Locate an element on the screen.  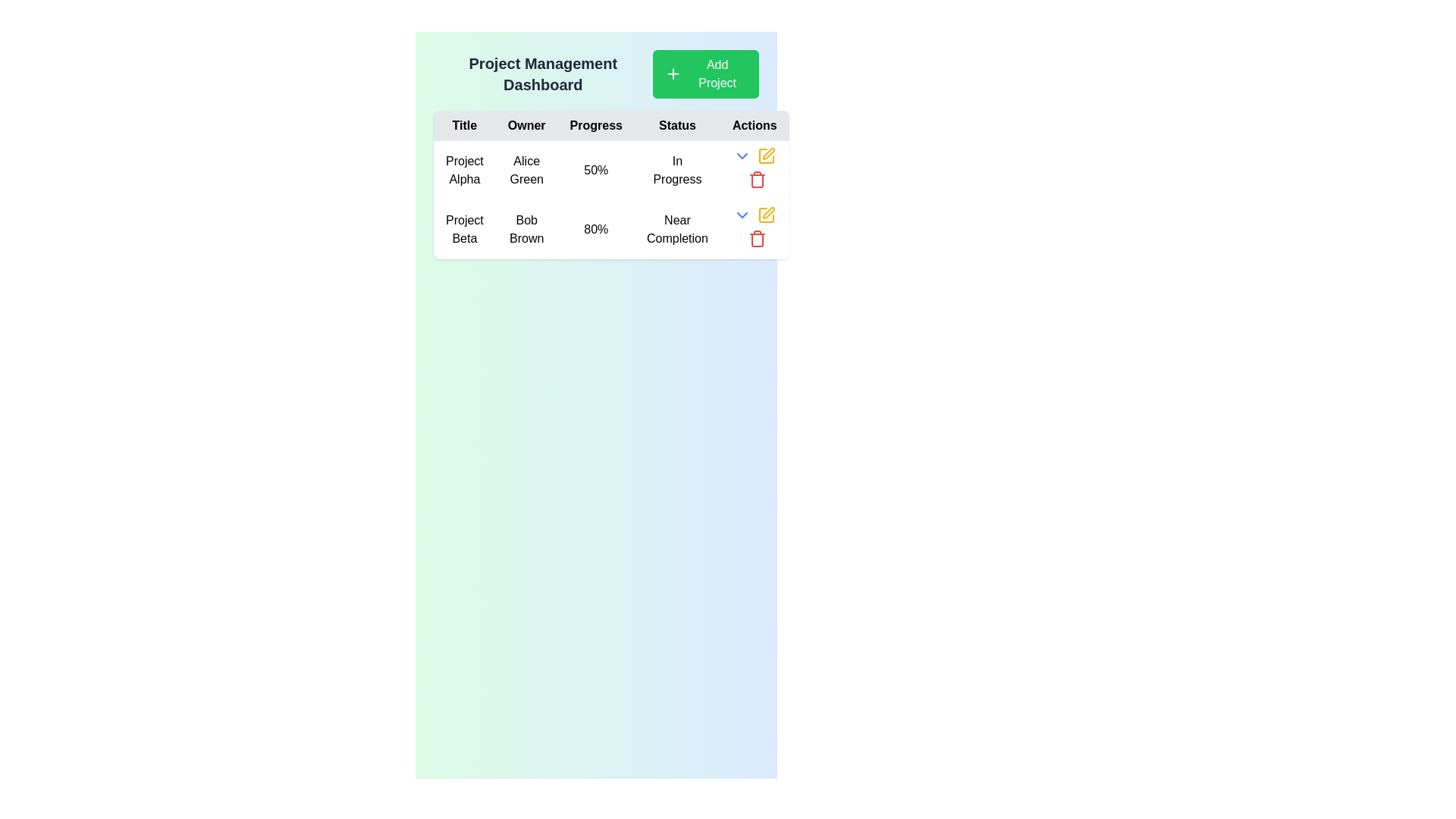
the addition icon located to the left of the 'Add Project' button in the top-right corner of the application interface is located at coordinates (673, 74).